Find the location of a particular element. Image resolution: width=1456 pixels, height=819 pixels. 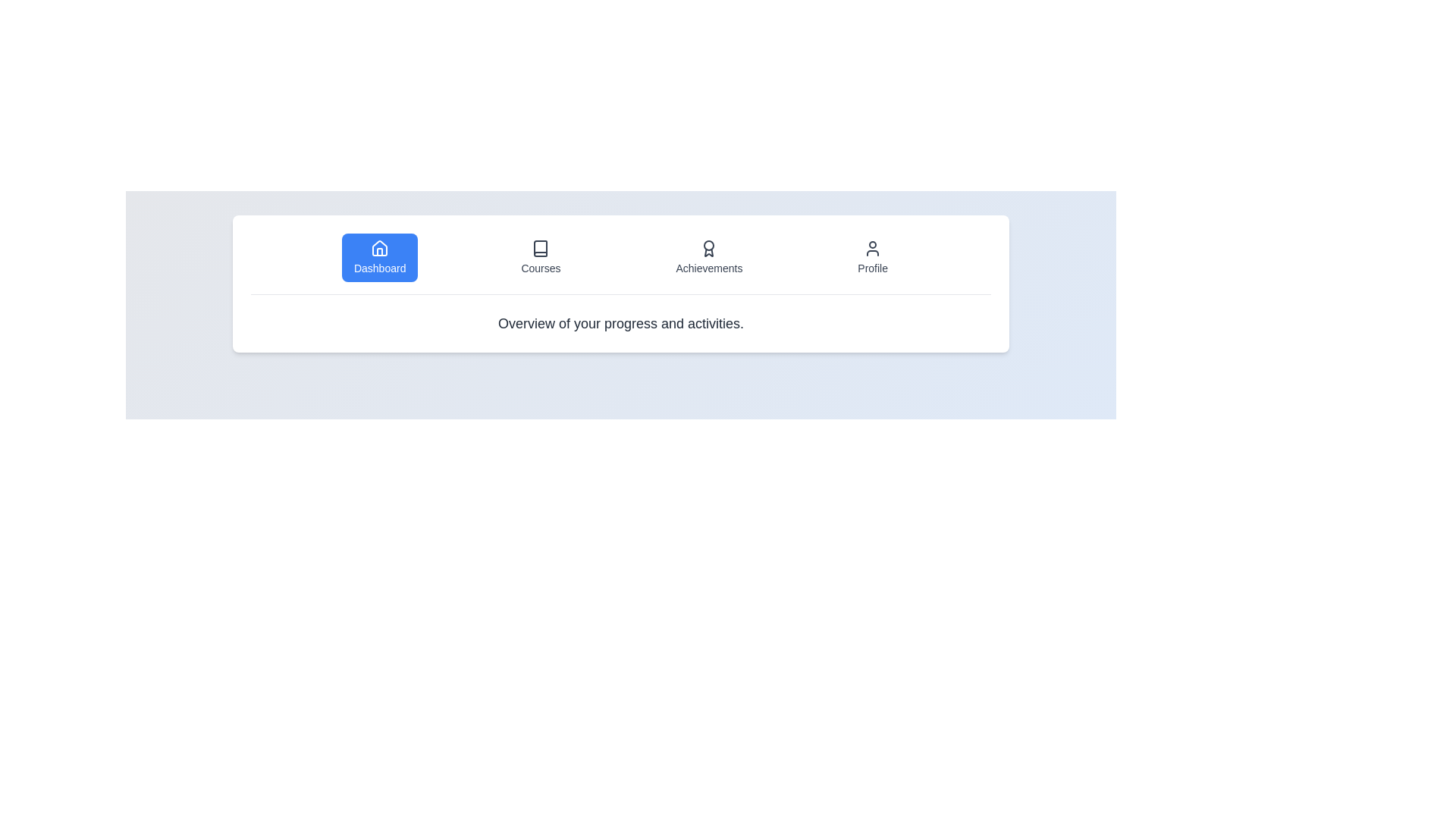

the 'Dashboard' button which contains the house icon, positioned centrally within the navigation menu at the top of the card is located at coordinates (380, 251).